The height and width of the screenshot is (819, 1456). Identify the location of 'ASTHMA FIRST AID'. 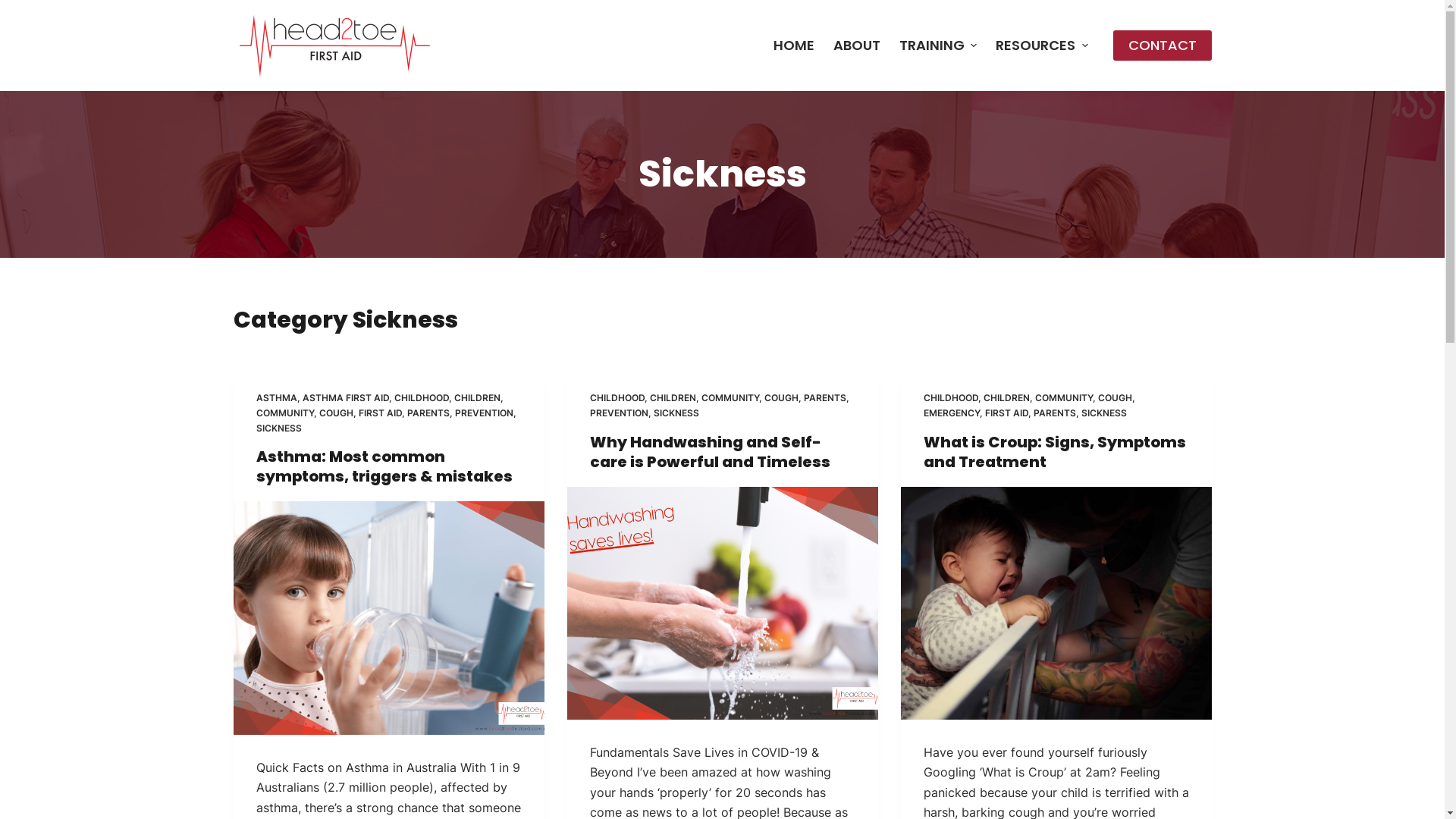
(344, 397).